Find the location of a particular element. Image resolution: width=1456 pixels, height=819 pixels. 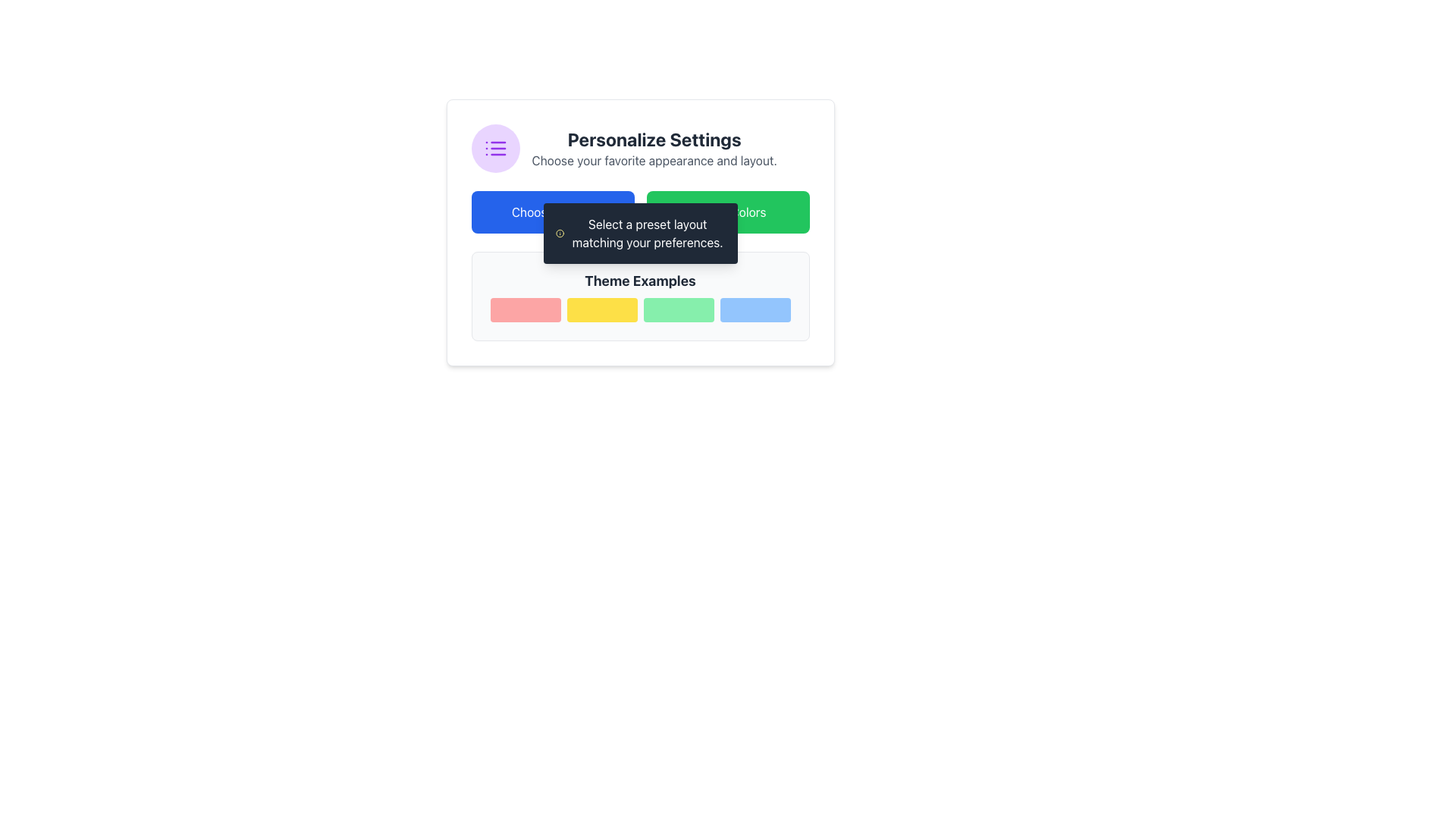

the theme selection button is located at coordinates (755, 309).